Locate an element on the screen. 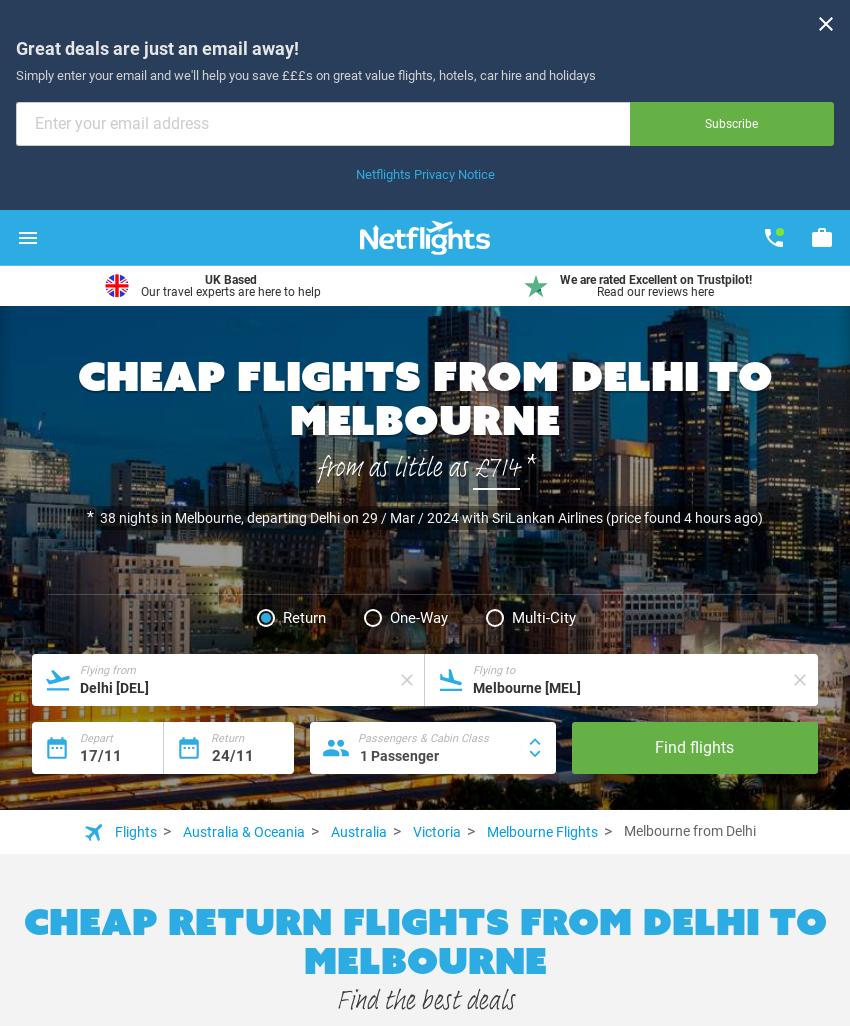 This screenshot has width=850, height=1026. 'Netflights Privacy Notice' is located at coordinates (424, 172).